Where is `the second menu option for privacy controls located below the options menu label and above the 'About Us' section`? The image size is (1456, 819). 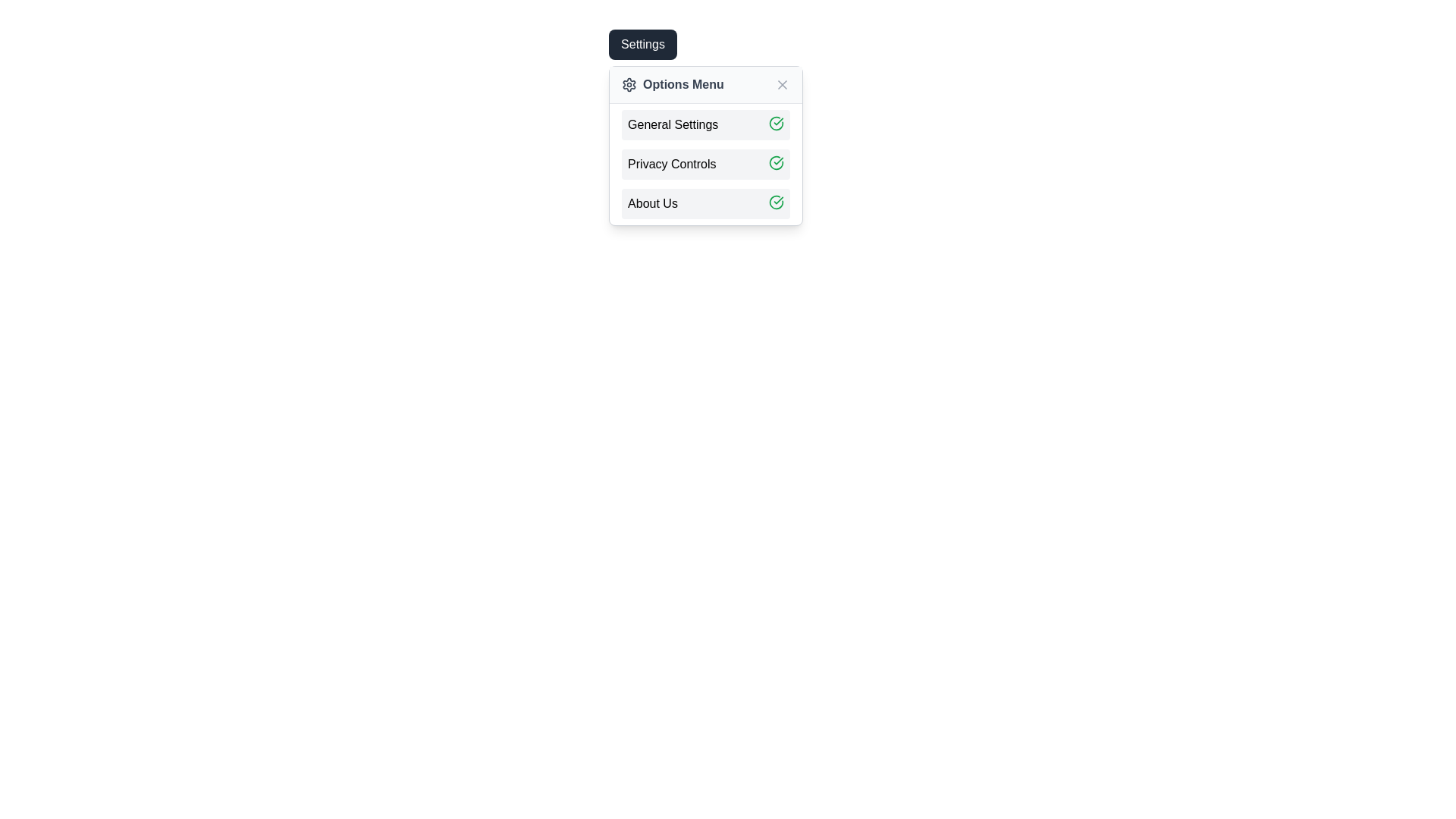
the second menu option for privacy controls located below the options menu label and above the 'About Us' section is located at coordinates (705, 164).